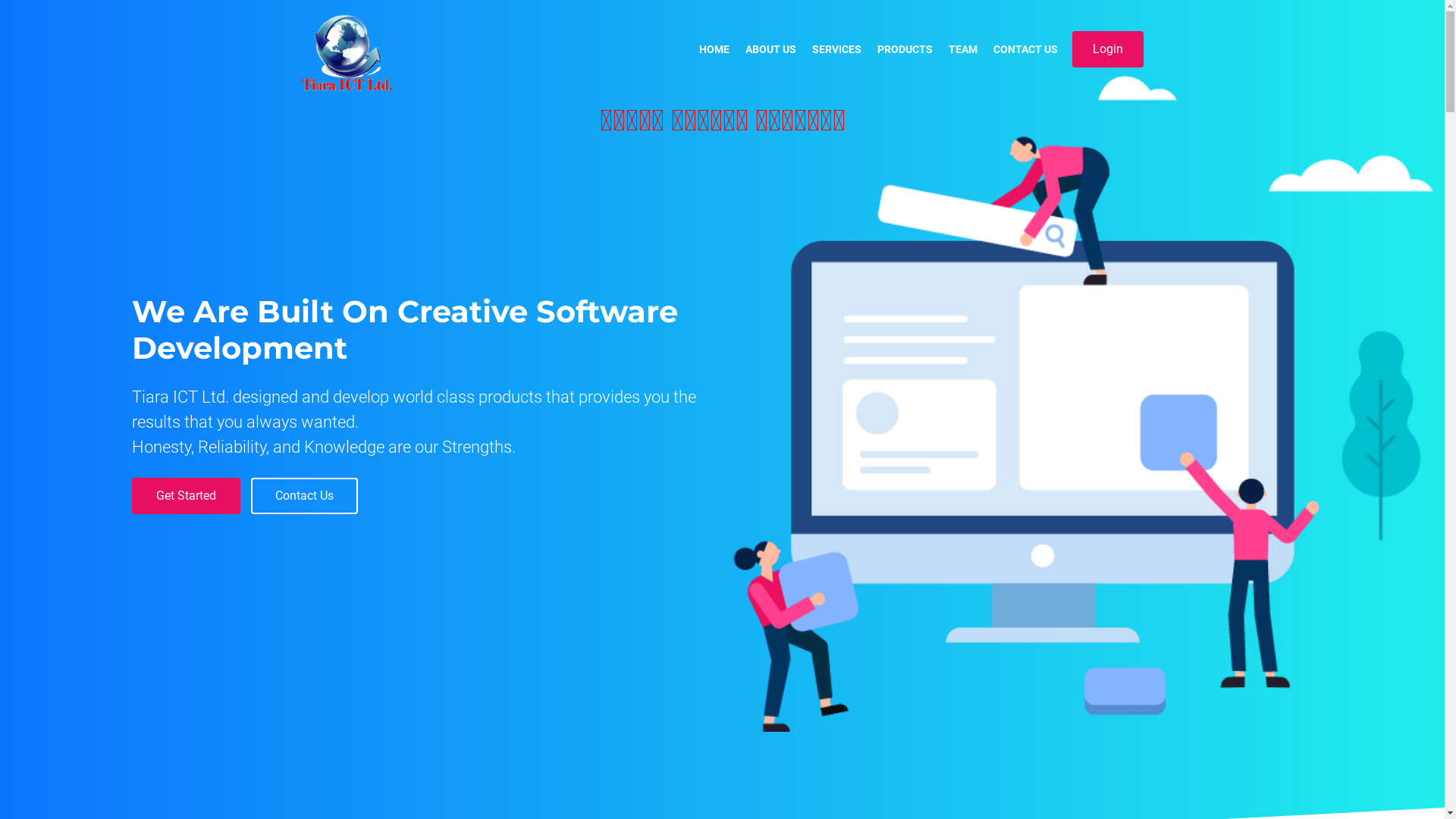 This screenshot has width=1456, height=819. Describe the element at coordinates (185, 496) in the screenshot. I see `'Get Started'` at that location.